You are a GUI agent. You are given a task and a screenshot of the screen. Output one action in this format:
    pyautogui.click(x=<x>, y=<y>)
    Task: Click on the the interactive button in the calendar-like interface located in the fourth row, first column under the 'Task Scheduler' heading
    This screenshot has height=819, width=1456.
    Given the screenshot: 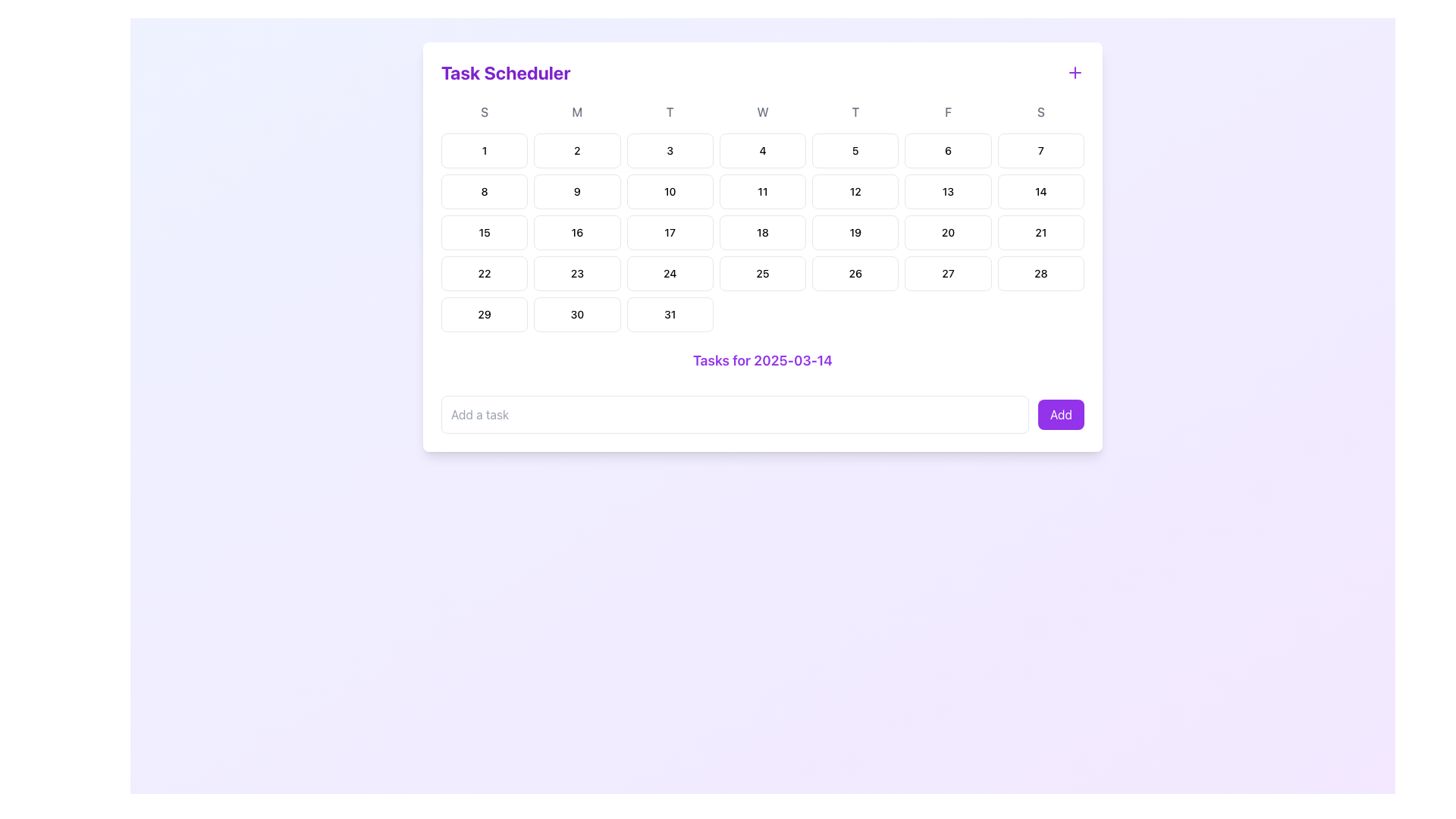 What is the action you would take?
    pyautogui.click(x=484, y=274)
    